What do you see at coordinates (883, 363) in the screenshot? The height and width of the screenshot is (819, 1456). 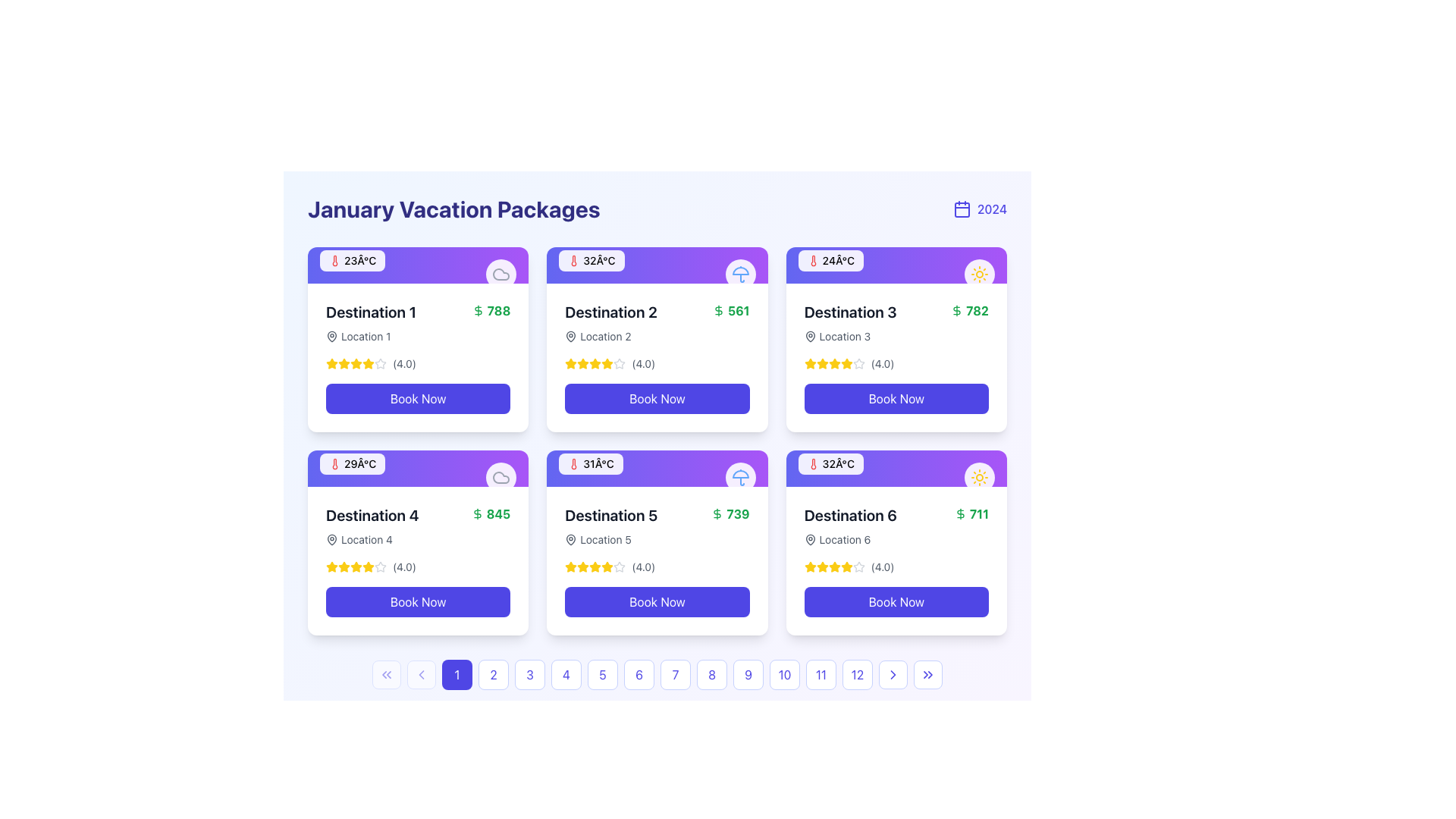 I see `the textual rating label displaying '(4.0)' in gray text` at bounding box center [883, 363].